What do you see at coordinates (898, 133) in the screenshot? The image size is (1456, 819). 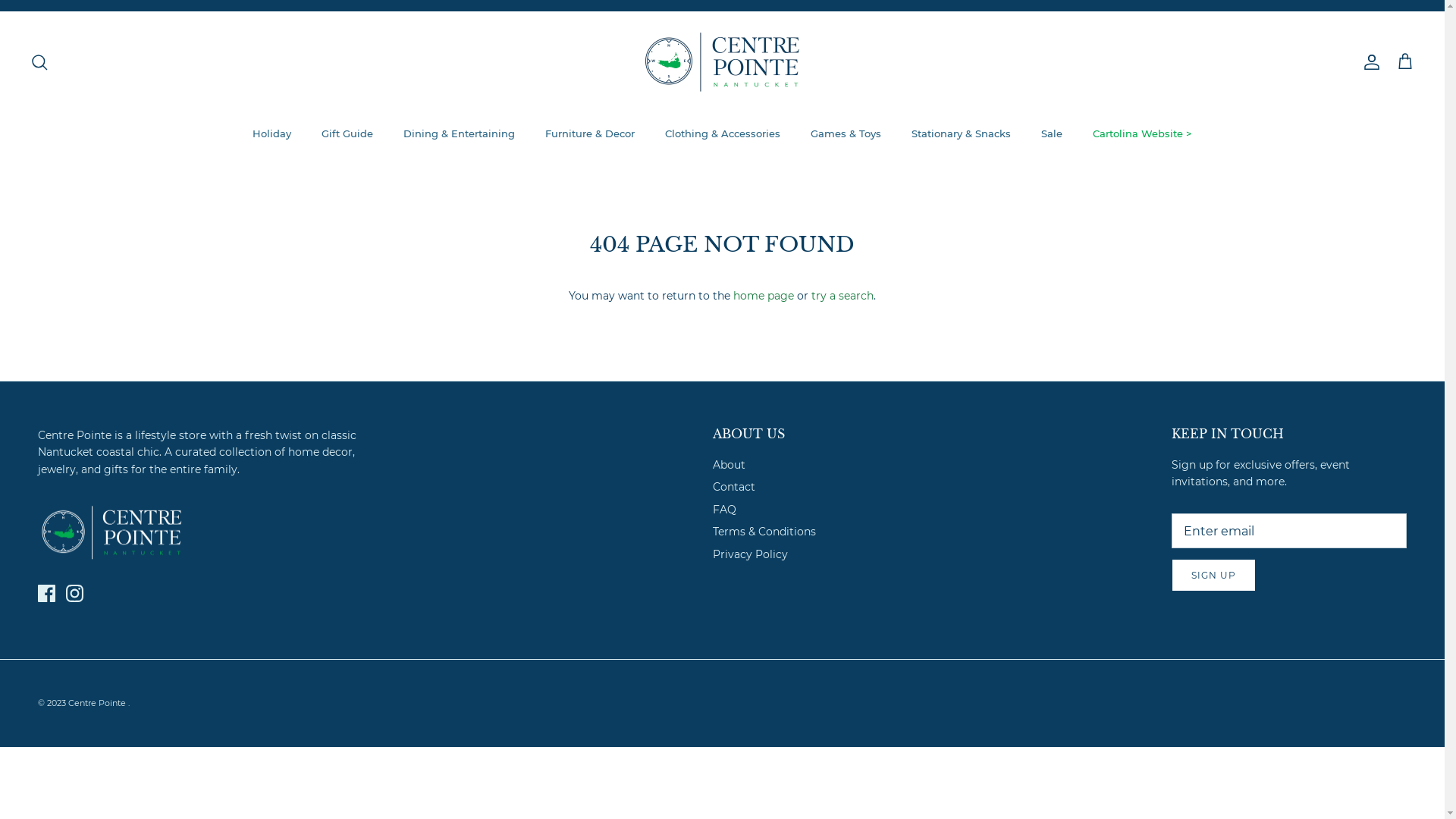 I see `'Stationary & Snacks'` at bounding box center [898, 133].